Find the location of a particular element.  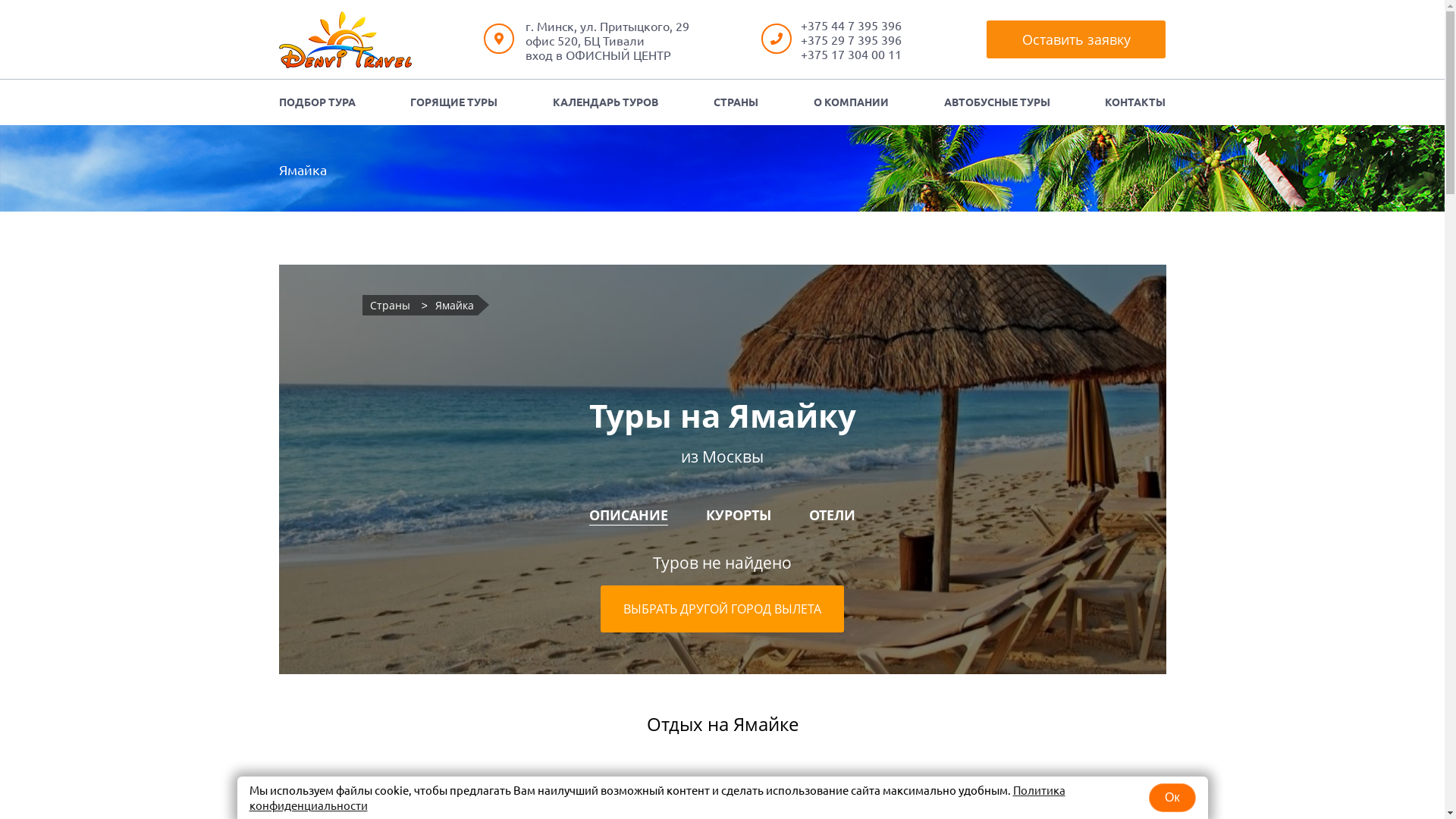

'+375 17 304 00 11' is located at coordinates (800, 52).